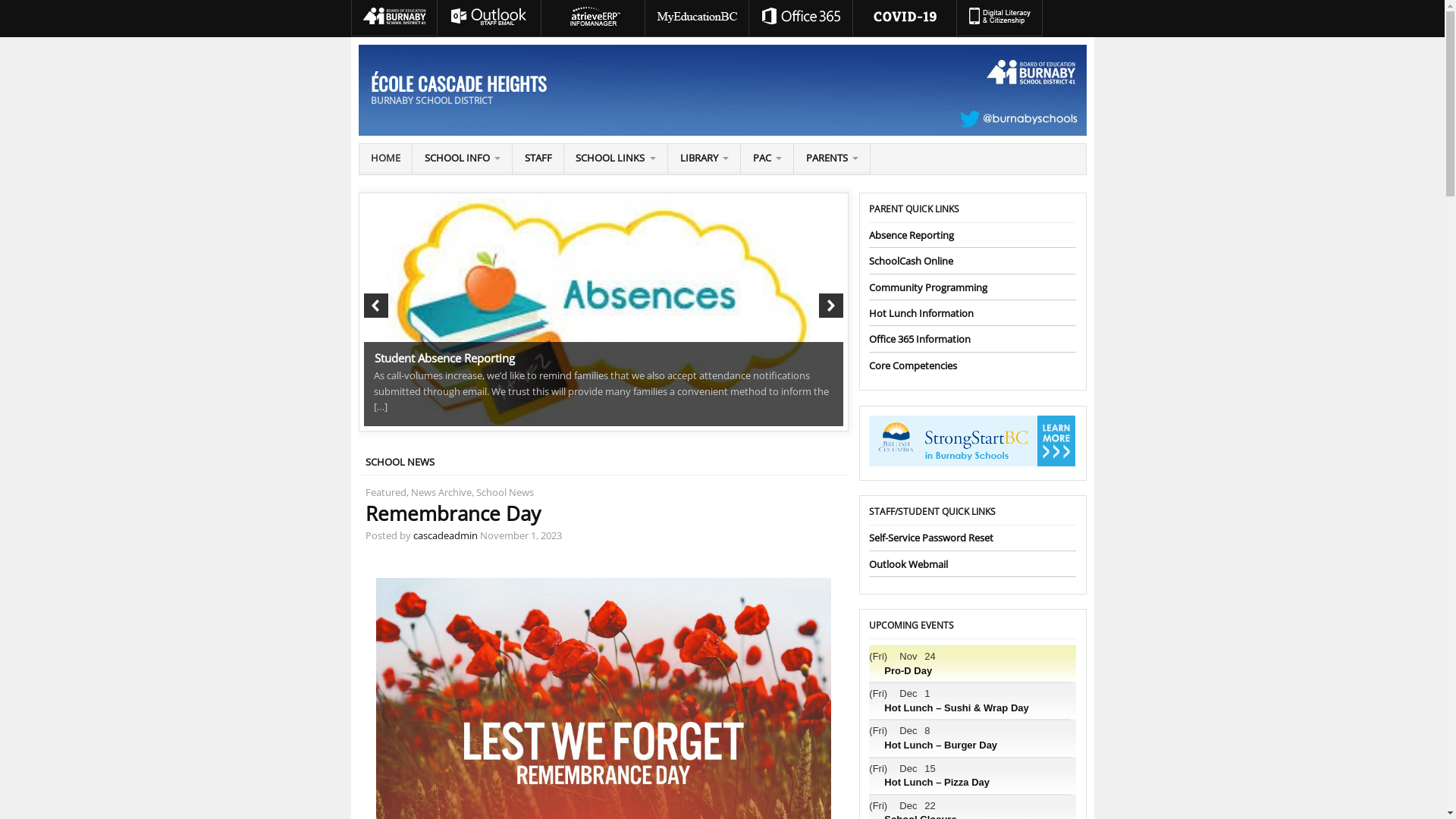 The width and height of the screenshot is (1456, 819). I want to click on 'Remembrance Day', so click(1082, 294).